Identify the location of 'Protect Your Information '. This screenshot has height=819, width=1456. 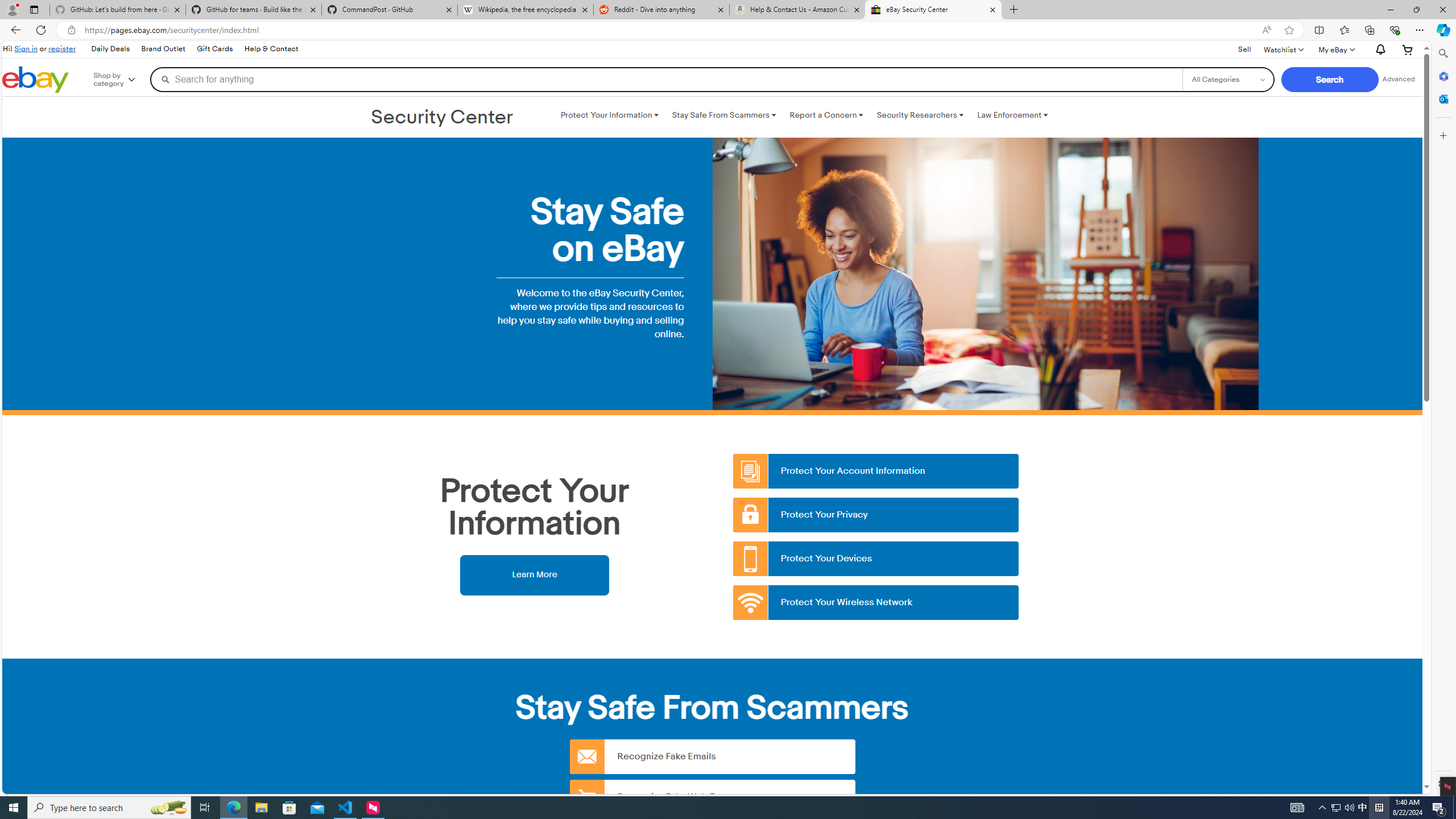
(609, 115).